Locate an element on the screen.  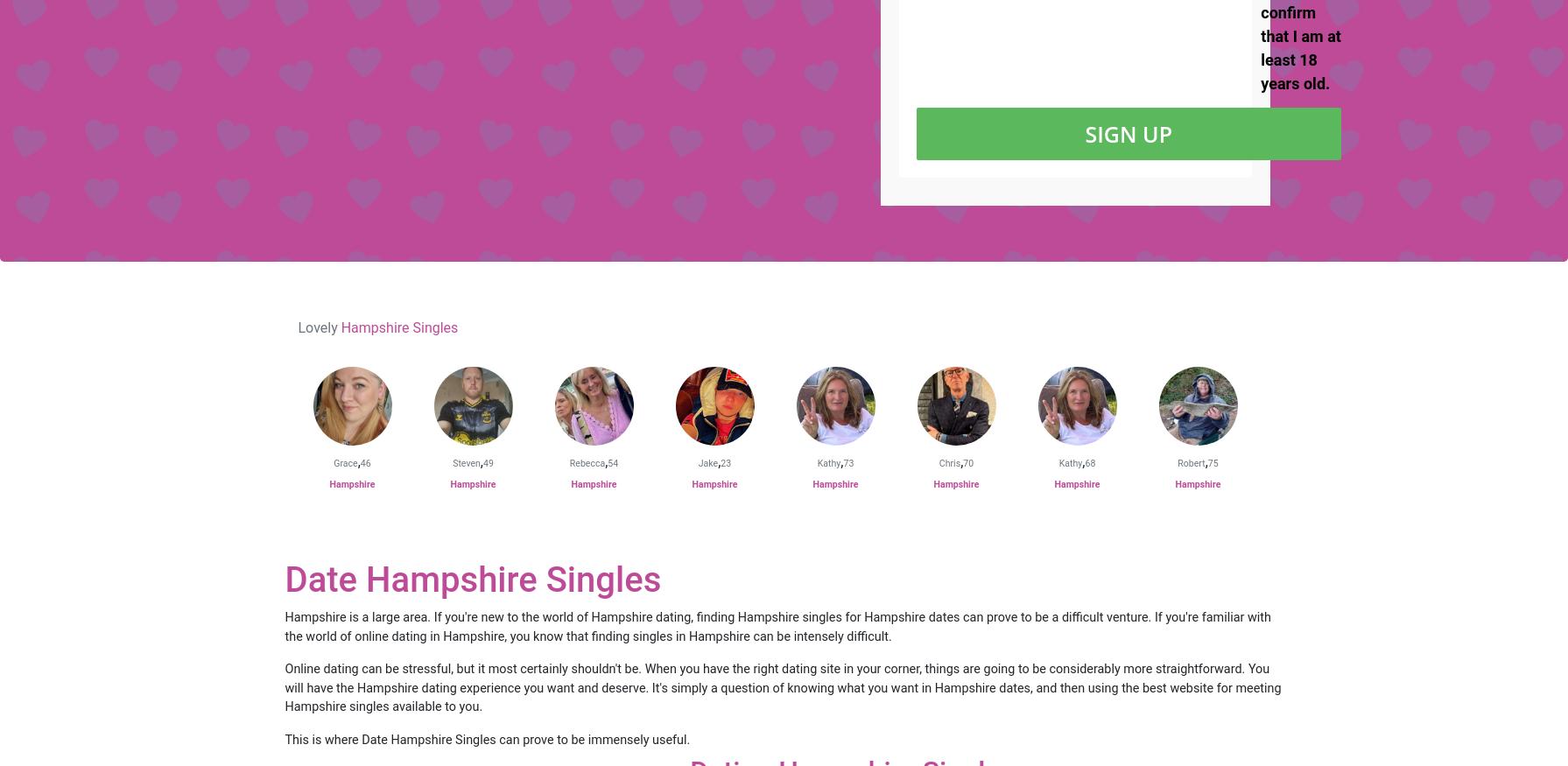
'Rebecca' is located at coordinates (587, 462).